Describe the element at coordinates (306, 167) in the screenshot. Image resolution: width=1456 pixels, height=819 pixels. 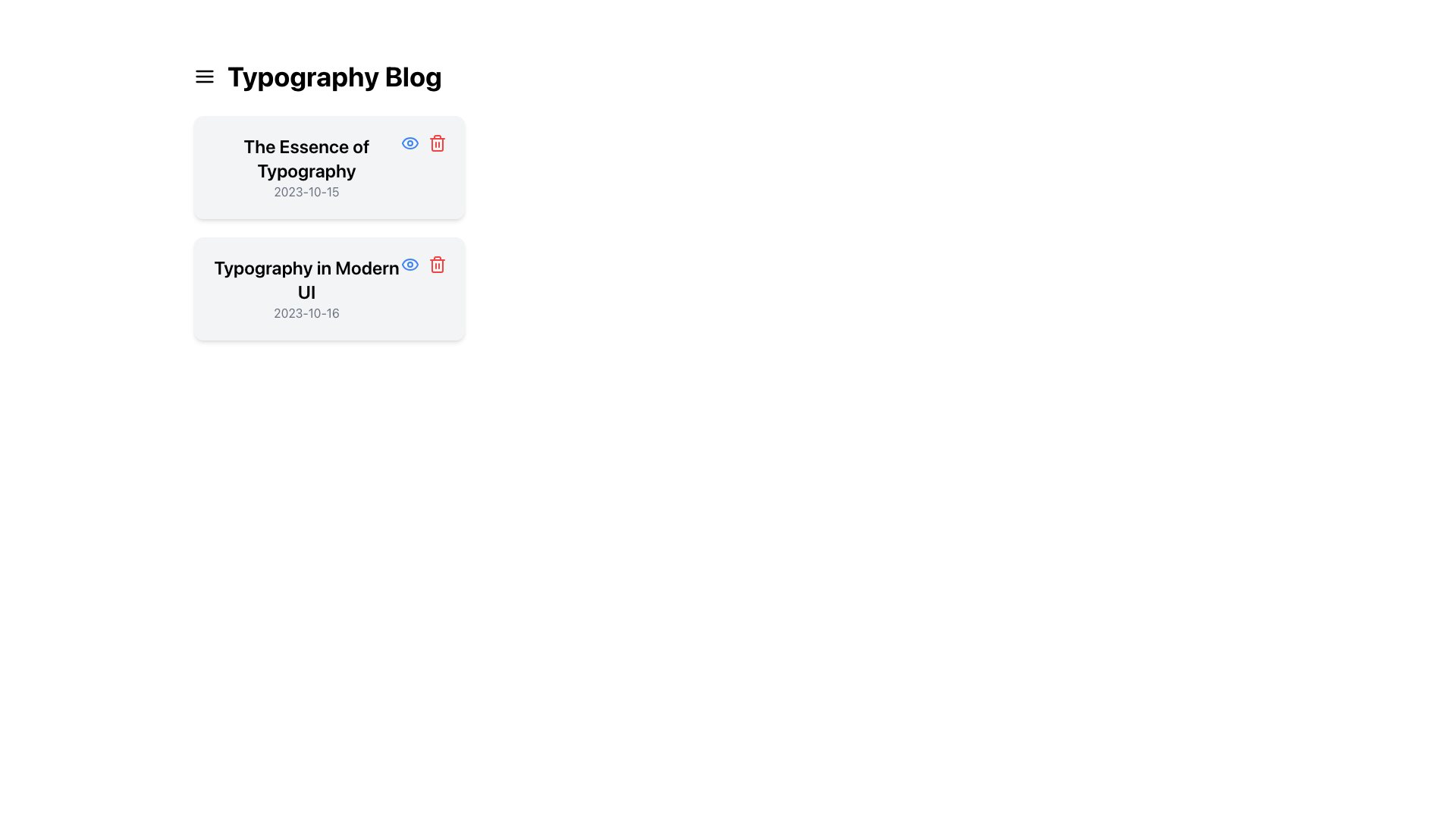
I see `the Text Display element which shows the title 'The Essence of Typography' and the date '2023-10-15', located at the top of the content area in a card-like structure` at that location.